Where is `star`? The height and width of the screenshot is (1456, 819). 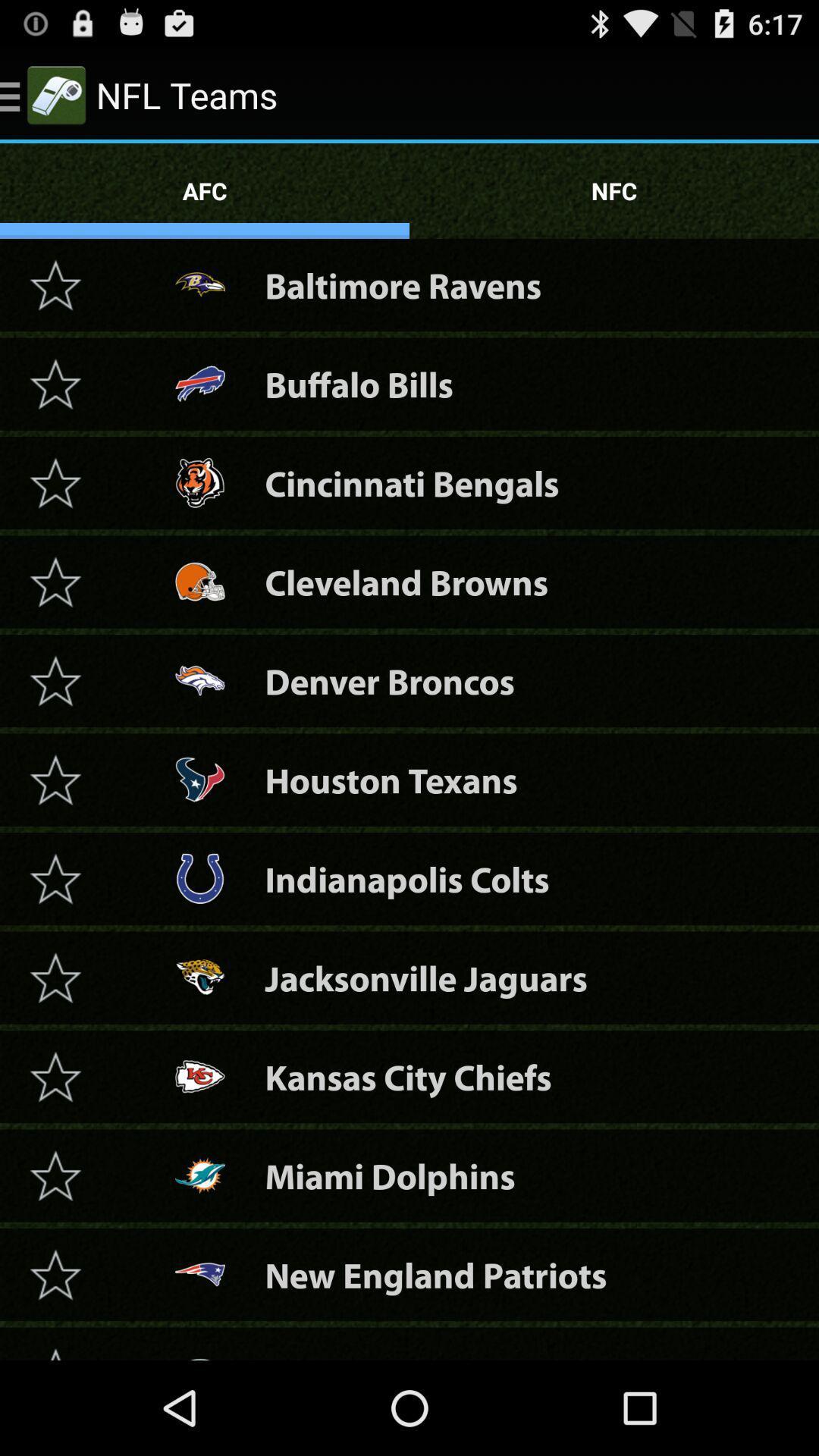 star is located at coordinates (55, 1075).